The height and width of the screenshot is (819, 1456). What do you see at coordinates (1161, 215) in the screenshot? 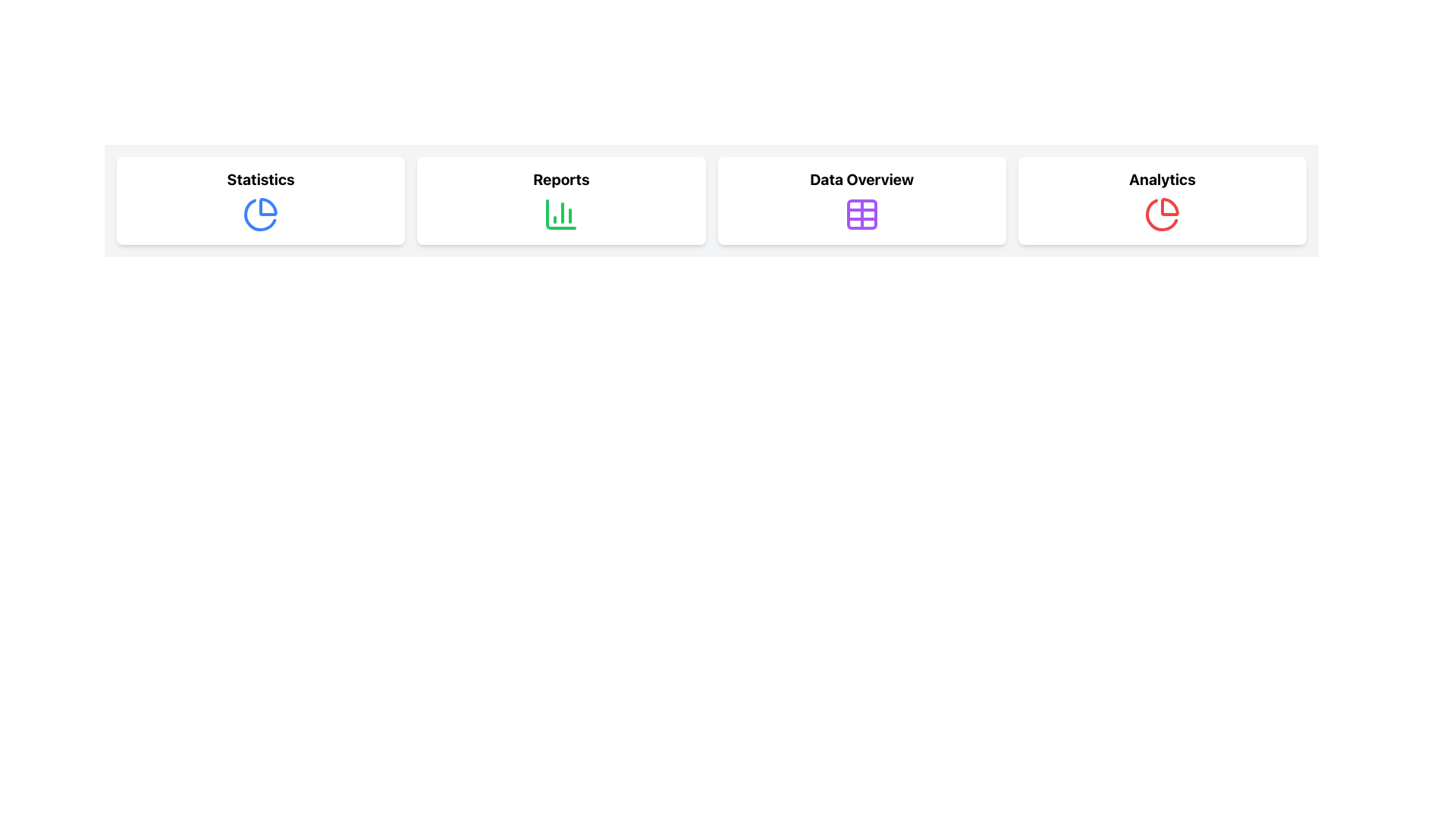
I see `the red pie chart segment icon located in the rightmost analytics card of the menu options` at bounding box center [1161, 215].